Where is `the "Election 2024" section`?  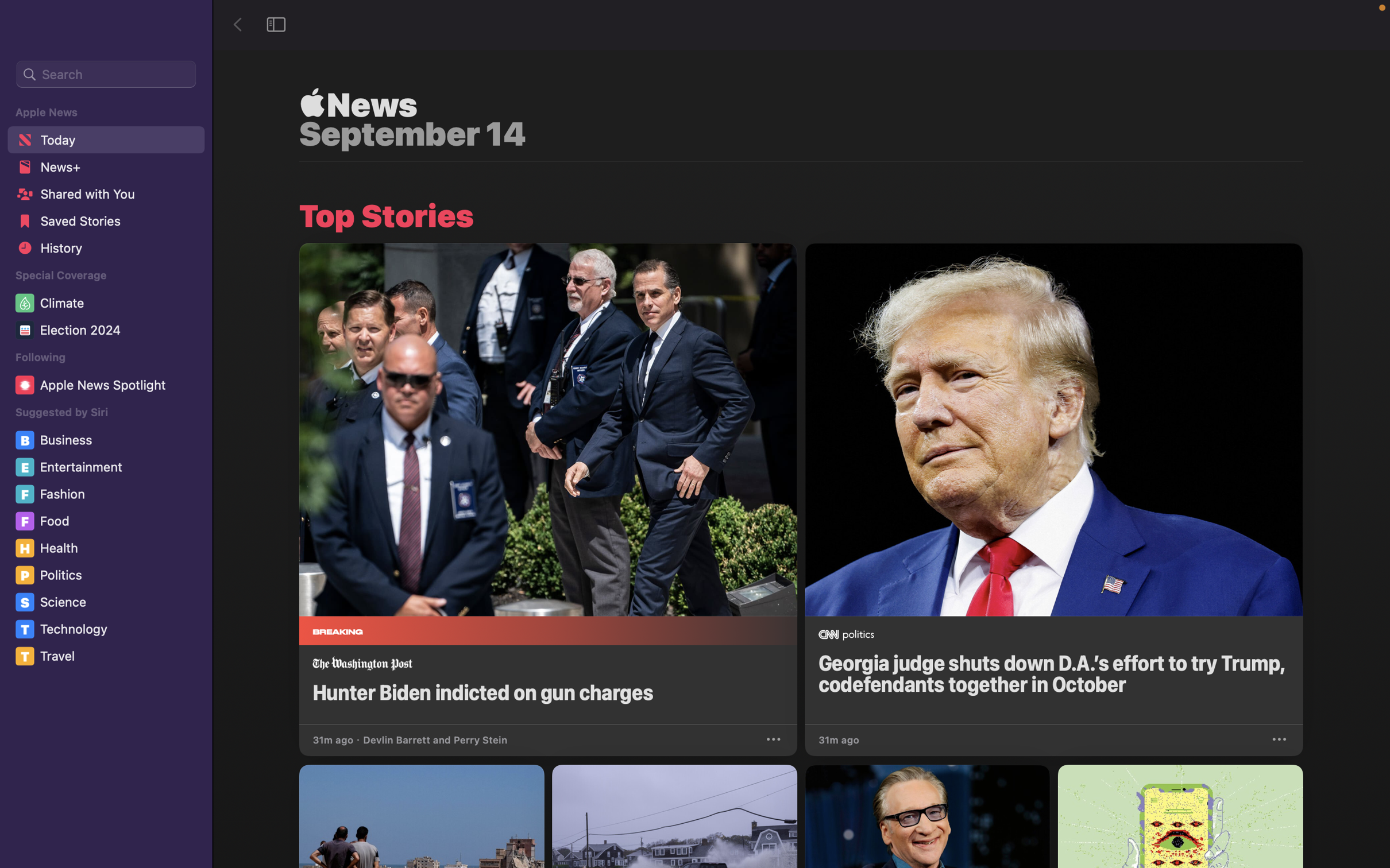
the "Election 2024" section is located at coordinates (107, 332).